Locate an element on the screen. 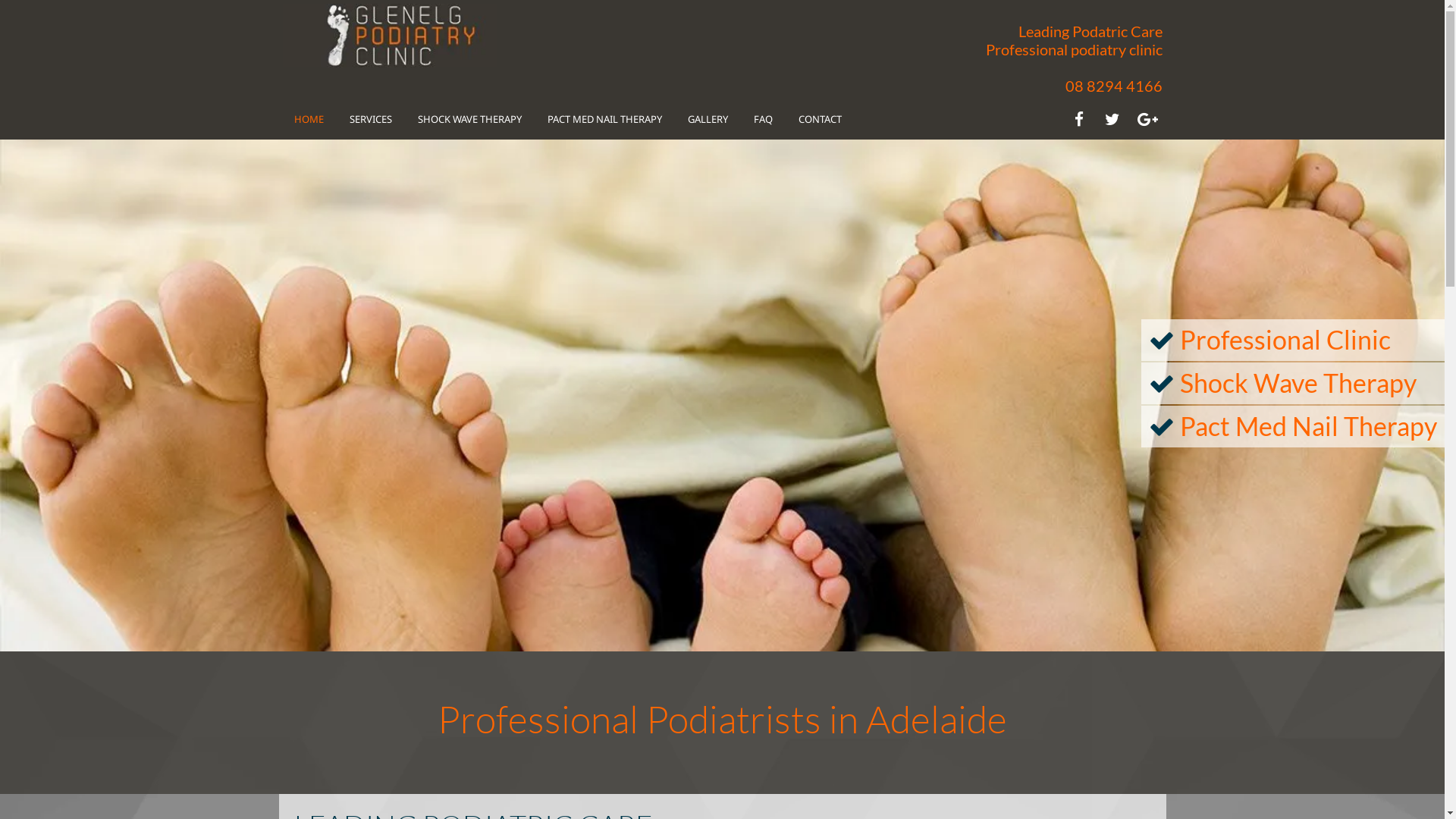 This screenshot has width=1456, height=819. 'HOME' is located at coordinates (308, 118).